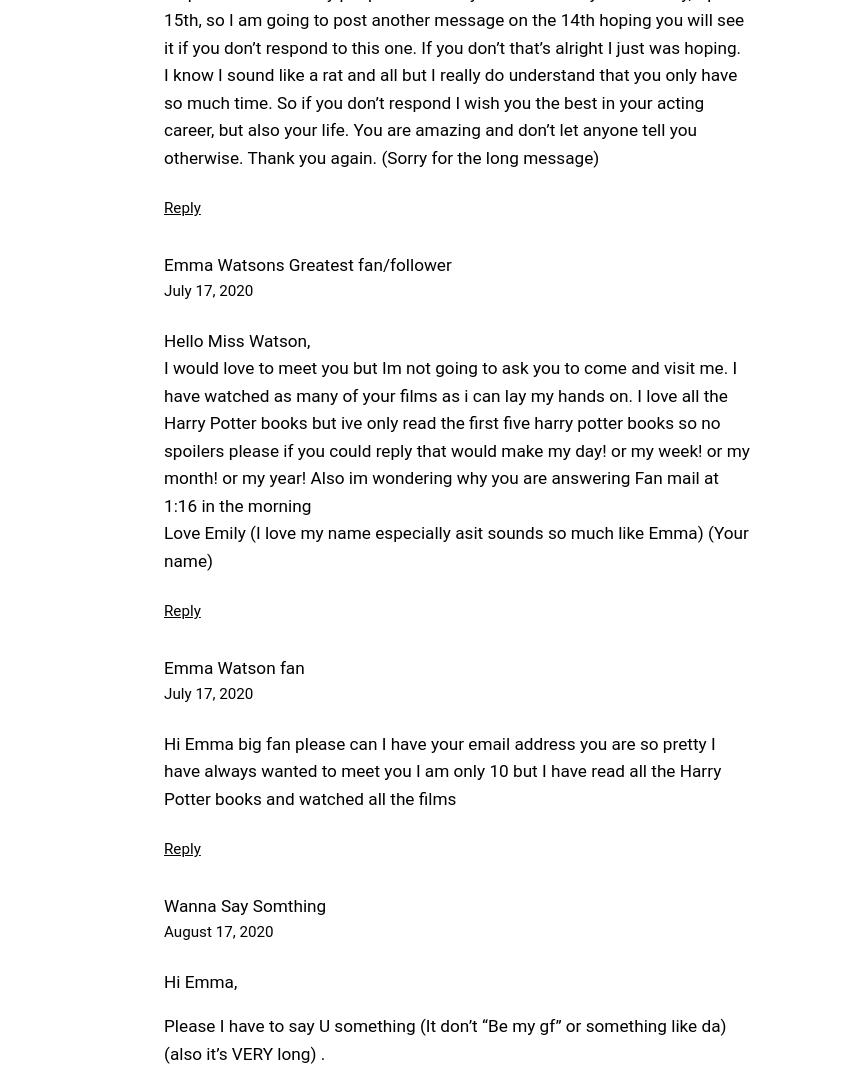  What do you see at coordinates (163, 769) in the screenshot?
I see `'Hi Emma big fan please can I have your email address you are so pretty I have always wanted to meet you I am only 10 but I have read all the Harry Potter books and watched all the films'` at bounding box center [163, 769].